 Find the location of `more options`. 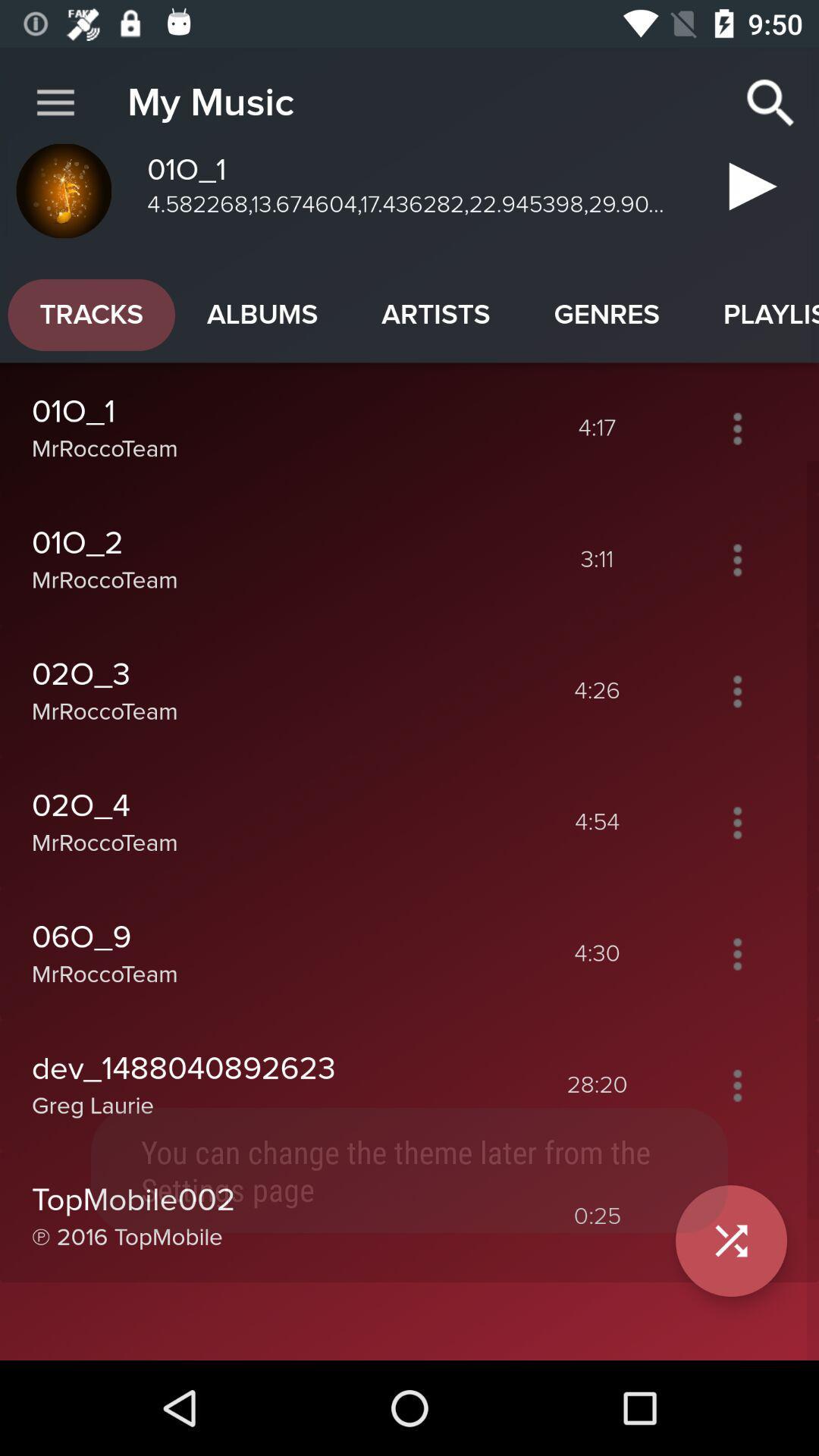

more options is located at coordinates (736, 690).